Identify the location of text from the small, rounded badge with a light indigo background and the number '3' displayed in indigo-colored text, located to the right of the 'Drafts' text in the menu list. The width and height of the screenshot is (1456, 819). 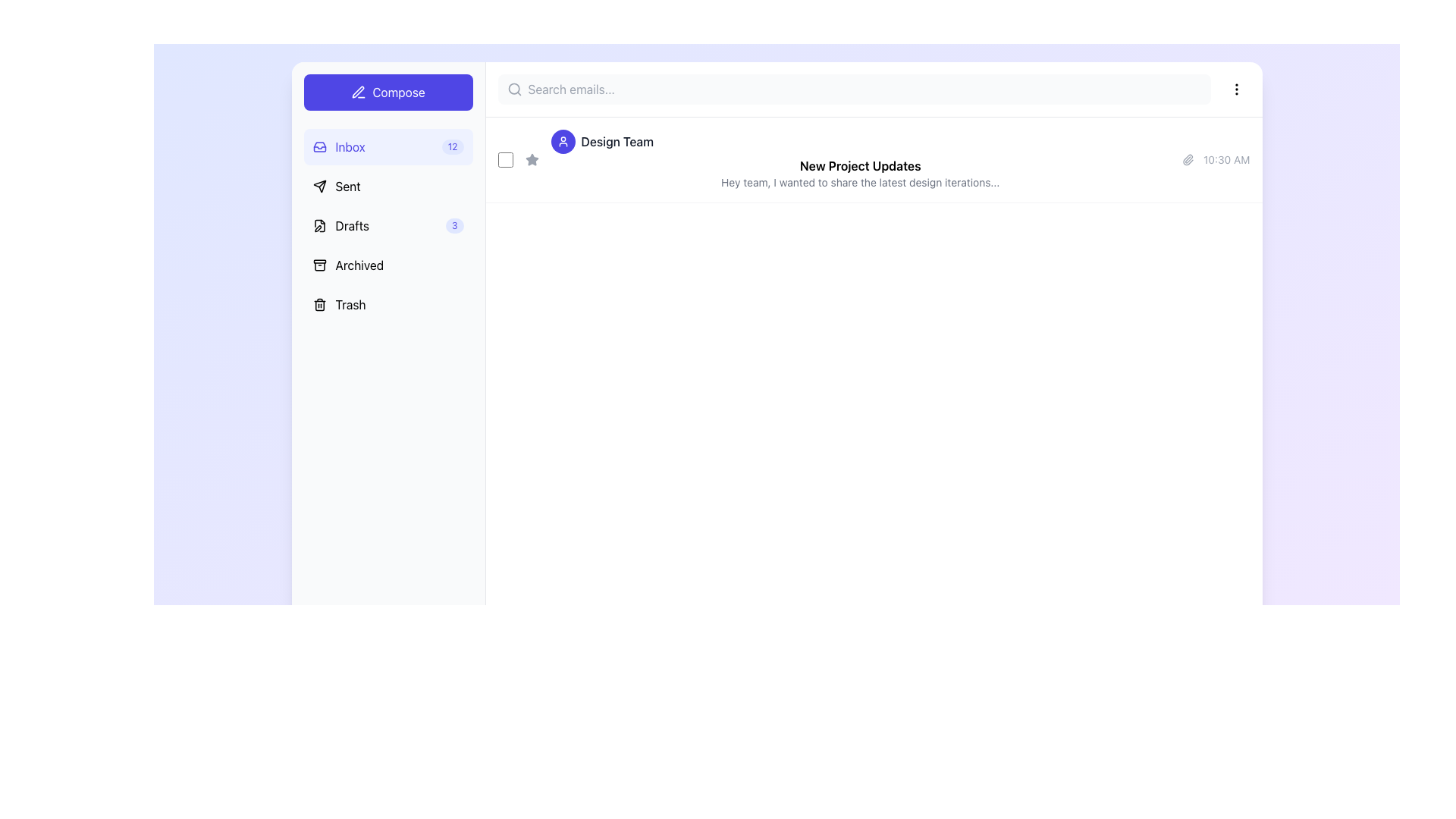
(453, 225).